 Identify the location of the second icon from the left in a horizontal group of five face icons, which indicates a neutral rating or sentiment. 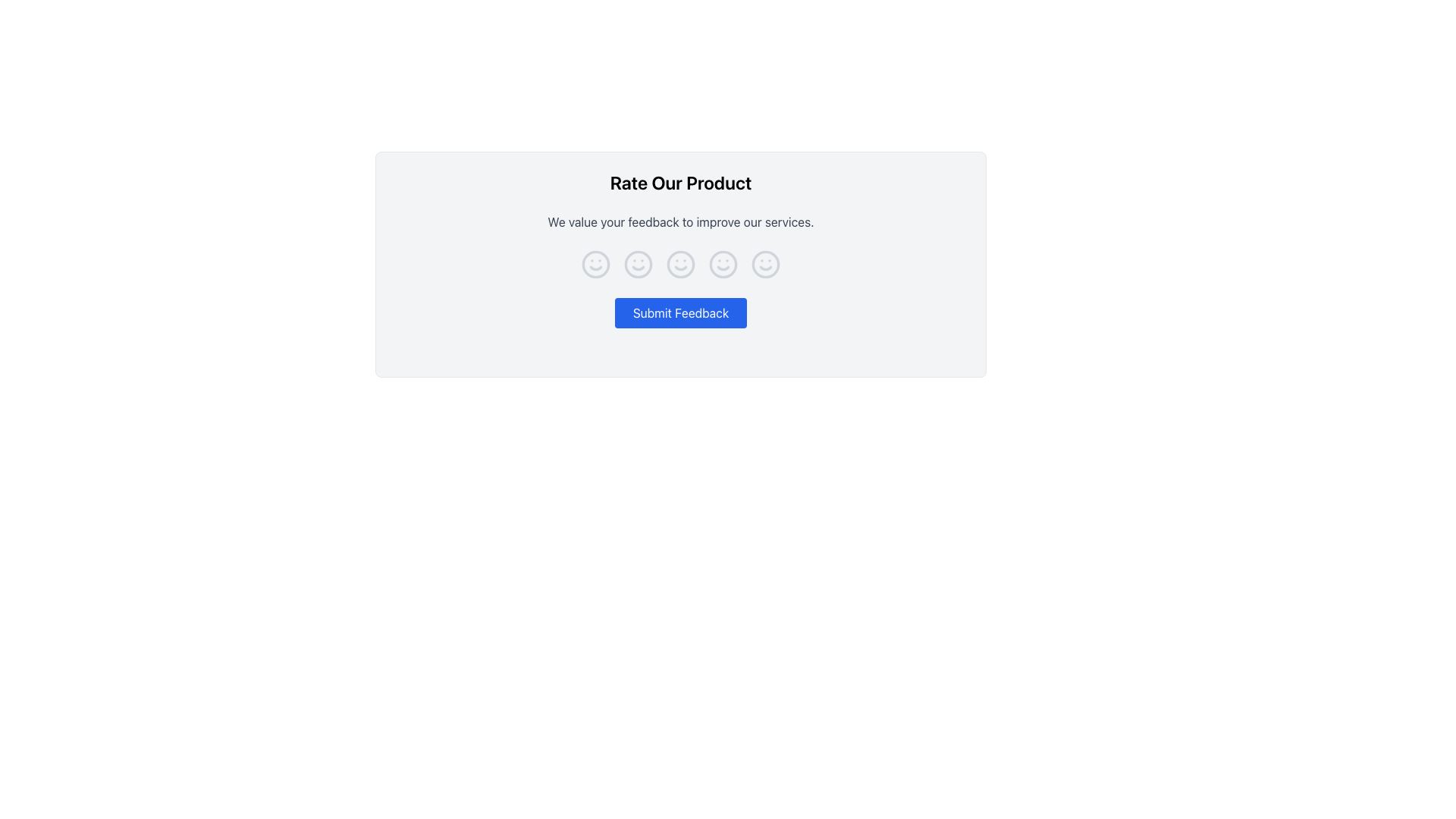
(638, 263).